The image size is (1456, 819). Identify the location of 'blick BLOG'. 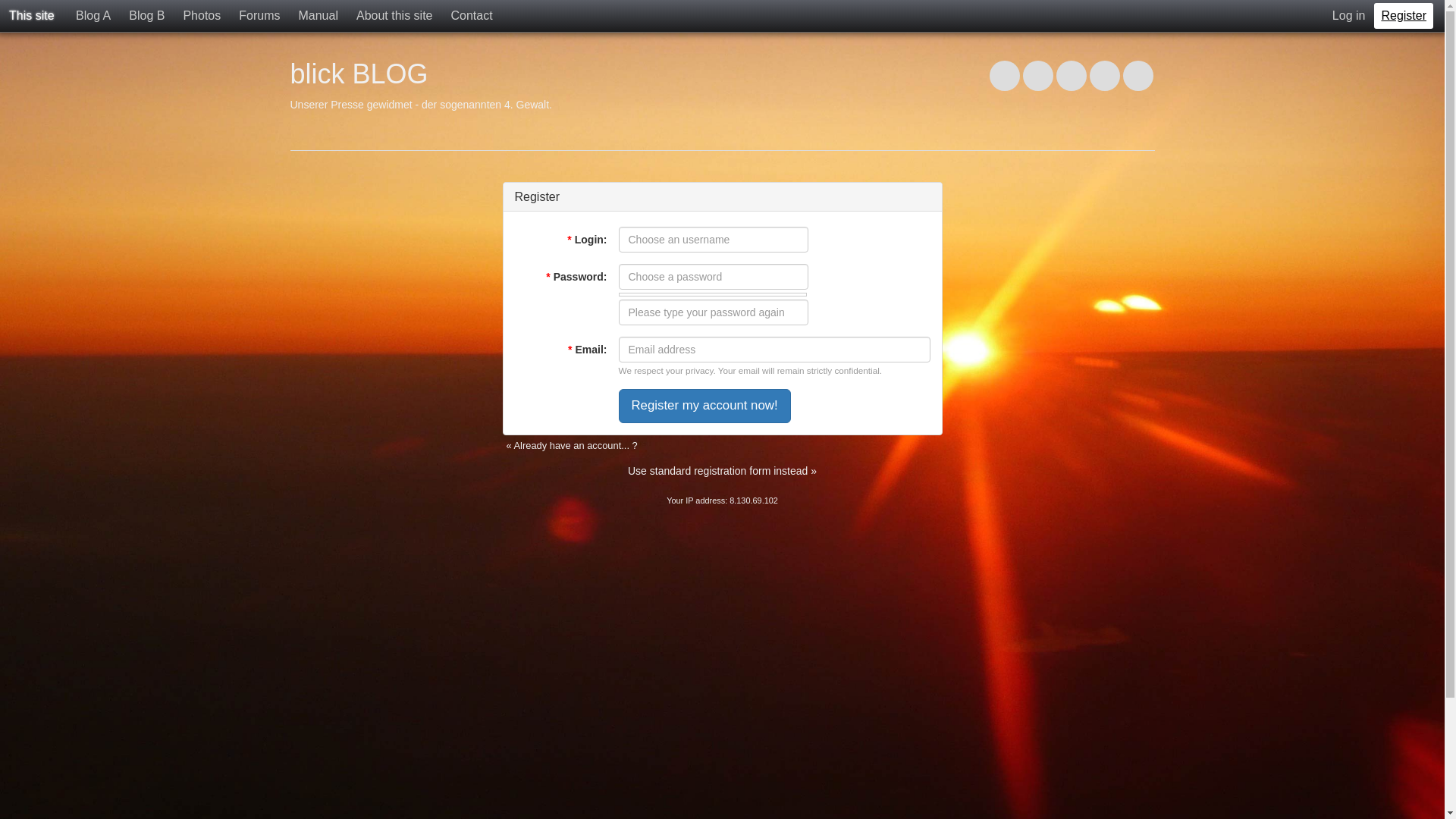
(358, 74).